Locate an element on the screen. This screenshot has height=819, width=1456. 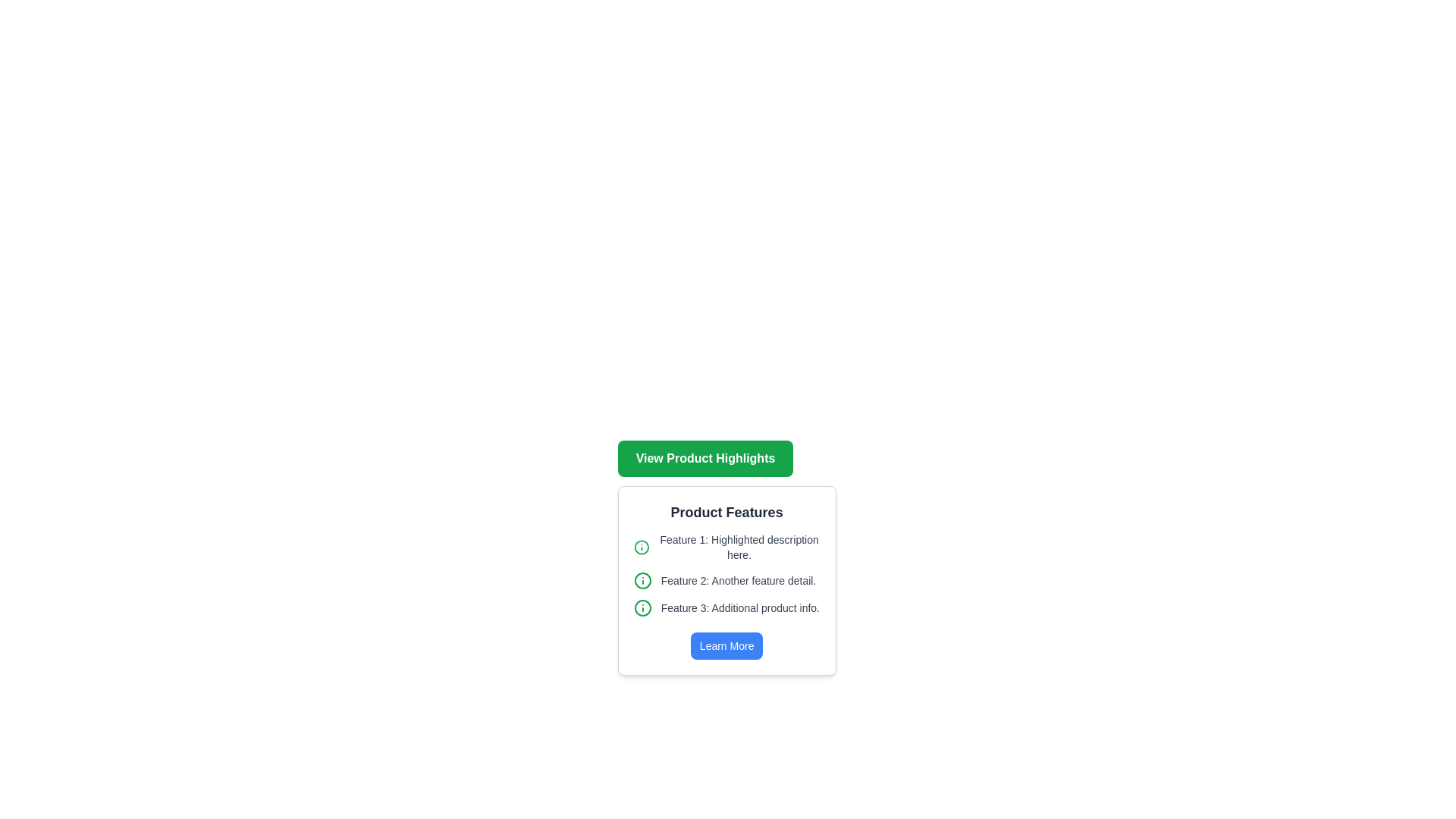
the icon that serves as a visual indicator for 'Feature 3: Additional product info.', located to the left of the corresponding text is located at coordinates (642, 607).